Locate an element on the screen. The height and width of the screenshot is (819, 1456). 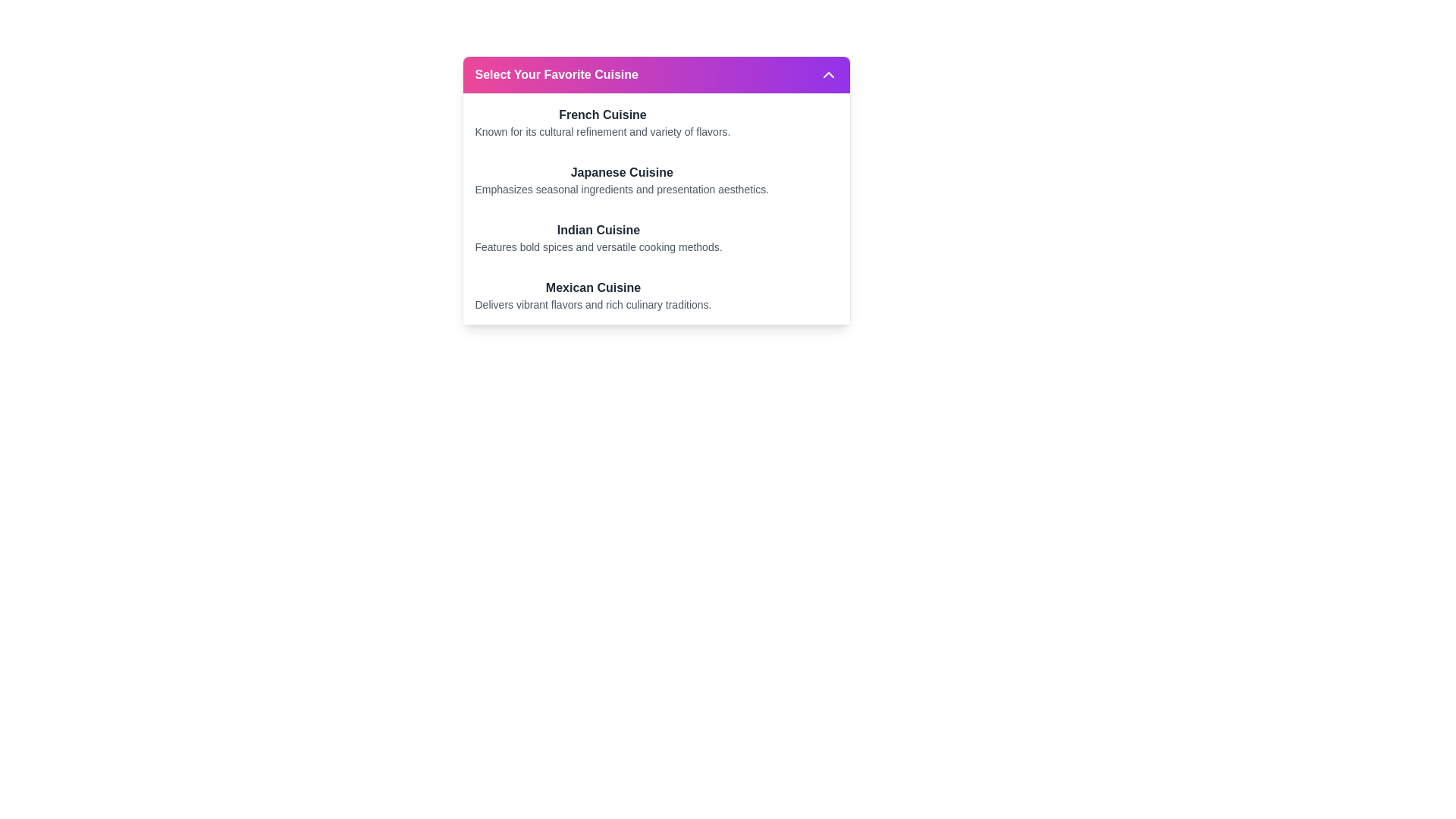
the descriptive label 'French Cuisine' which is the first entry in the selection menu under the purple header 'Select Your Favorite Cuisine' is located at coordinates (601, 122).